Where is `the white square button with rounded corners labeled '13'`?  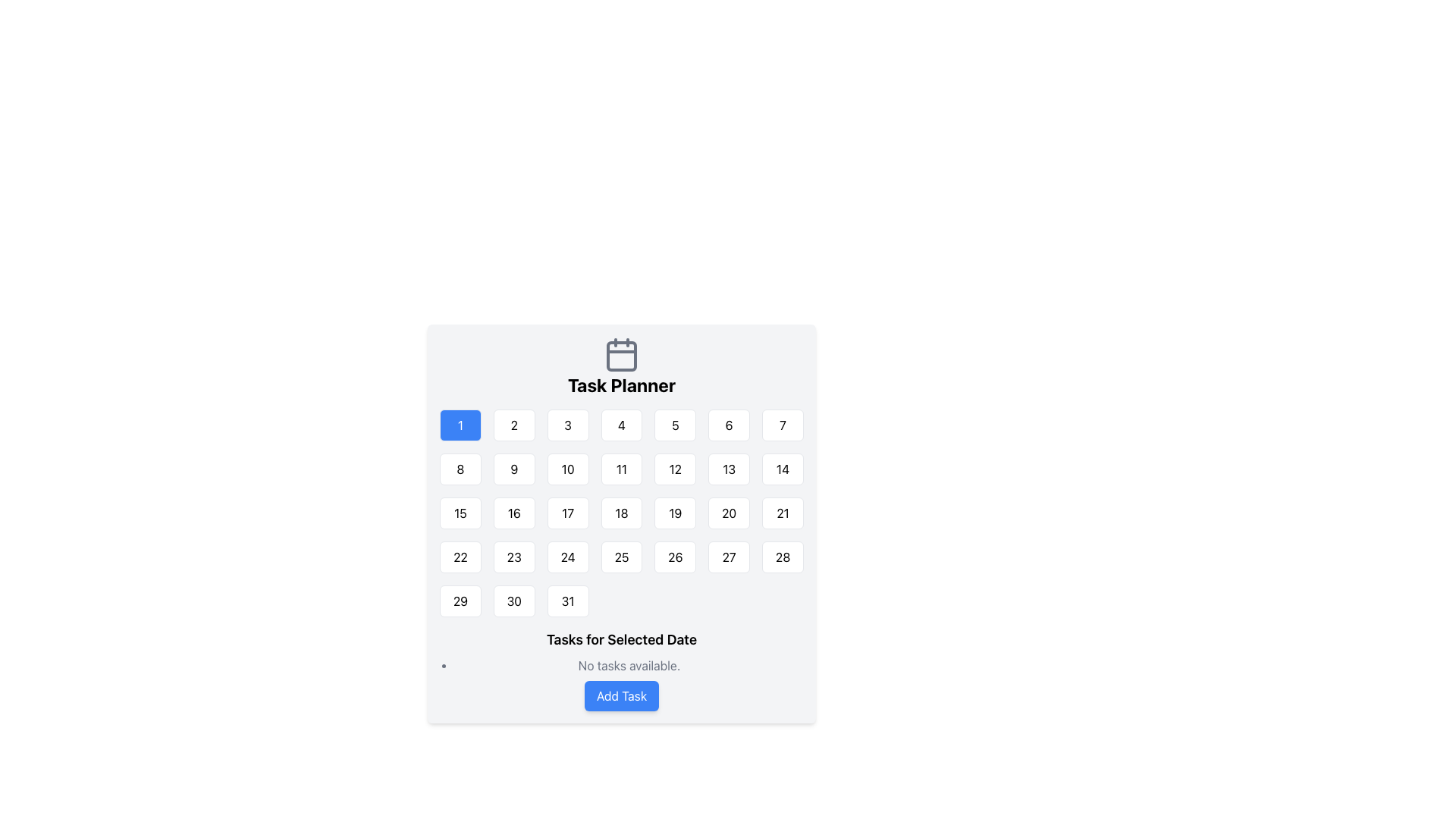 the white square button with rounded corners labeled '13' is located at coordinates (729, 468).